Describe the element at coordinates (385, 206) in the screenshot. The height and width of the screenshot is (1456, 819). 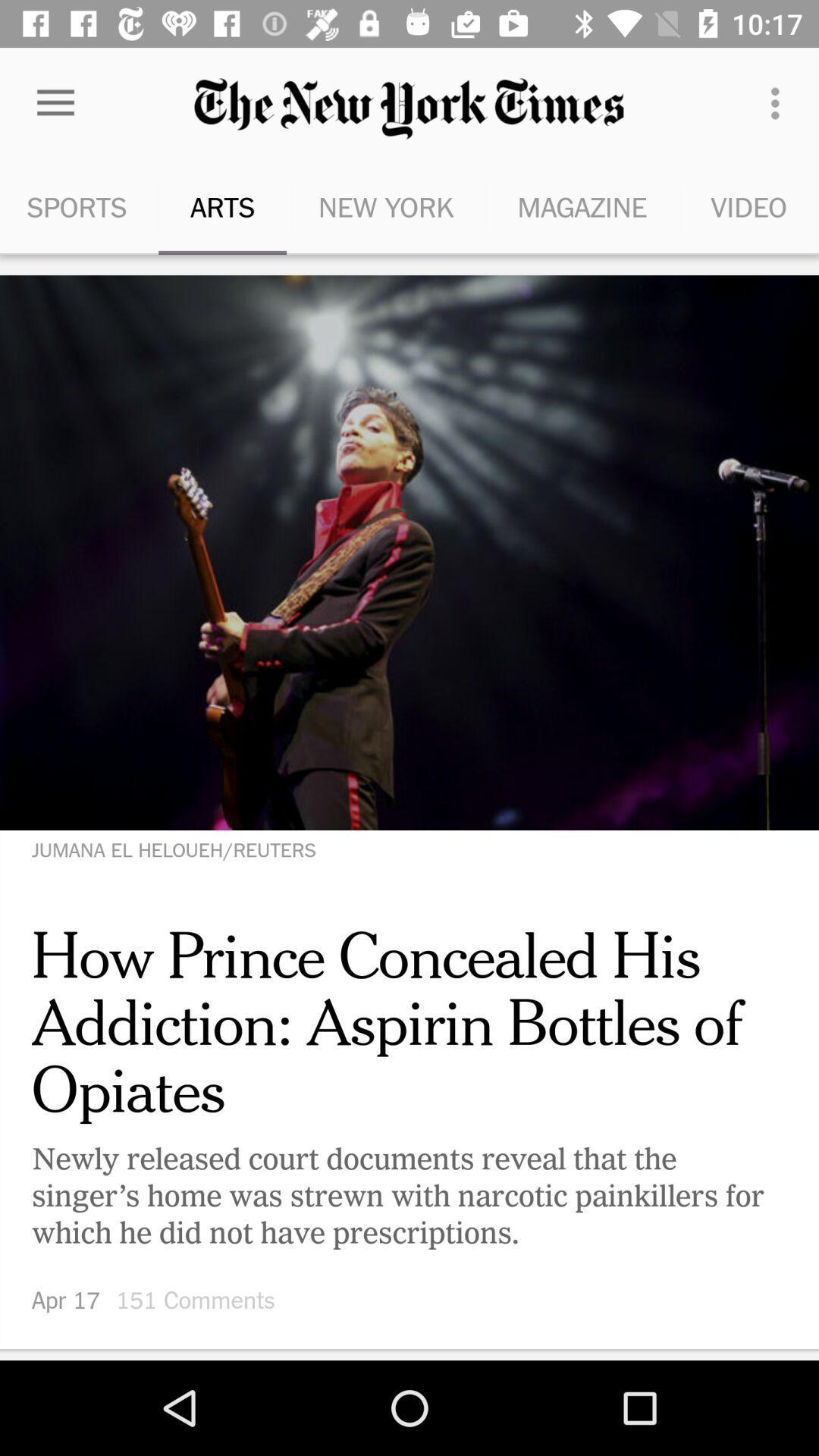
I see `the icon to the right of the arts item` at that location.